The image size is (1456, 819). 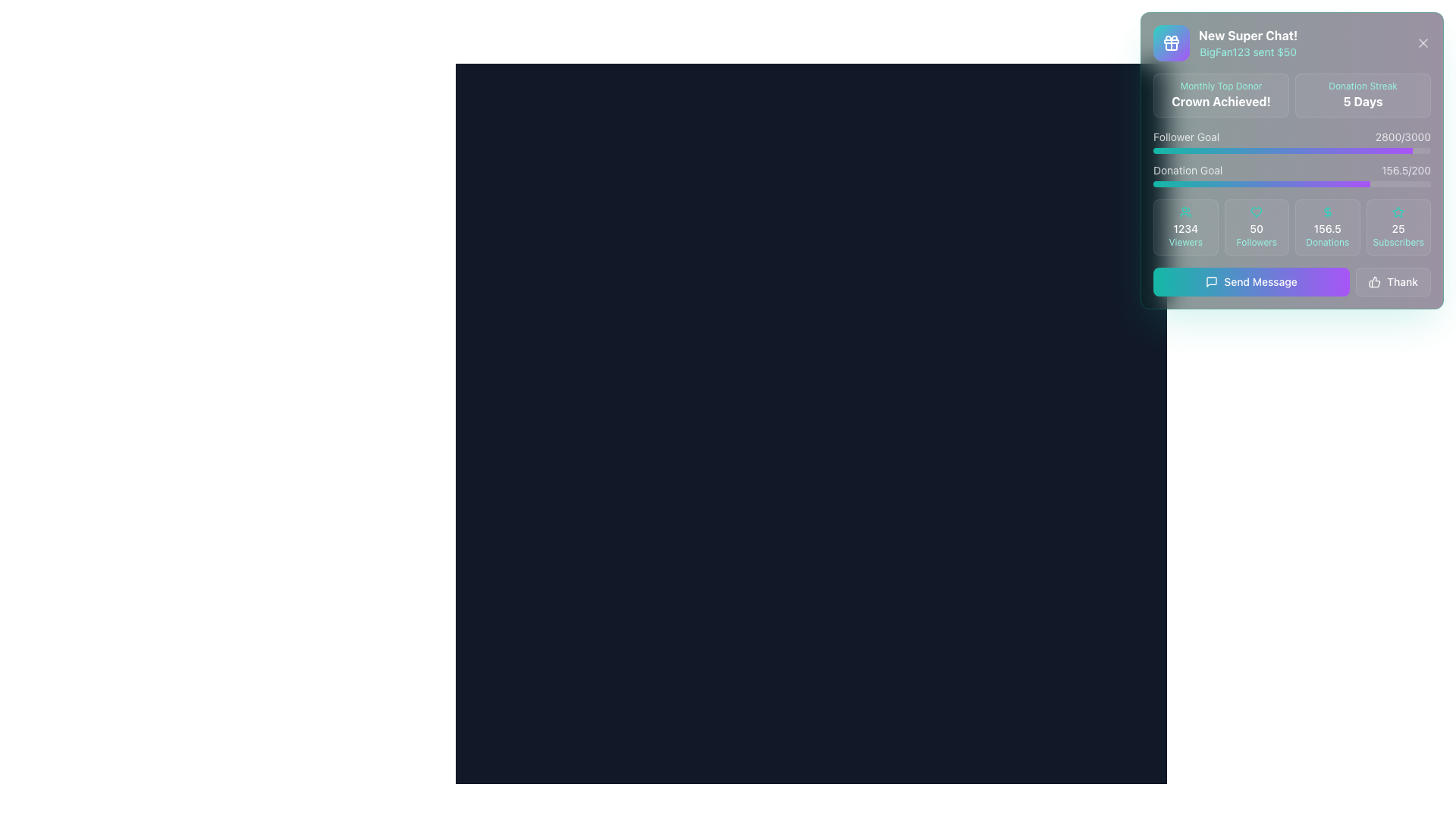 I want to click on bold text label that says 'Crown Achieved!' which is styled in white and has a teal hover effect, located just below 'Monthly Top Donor', so click(x=1221, y=102).